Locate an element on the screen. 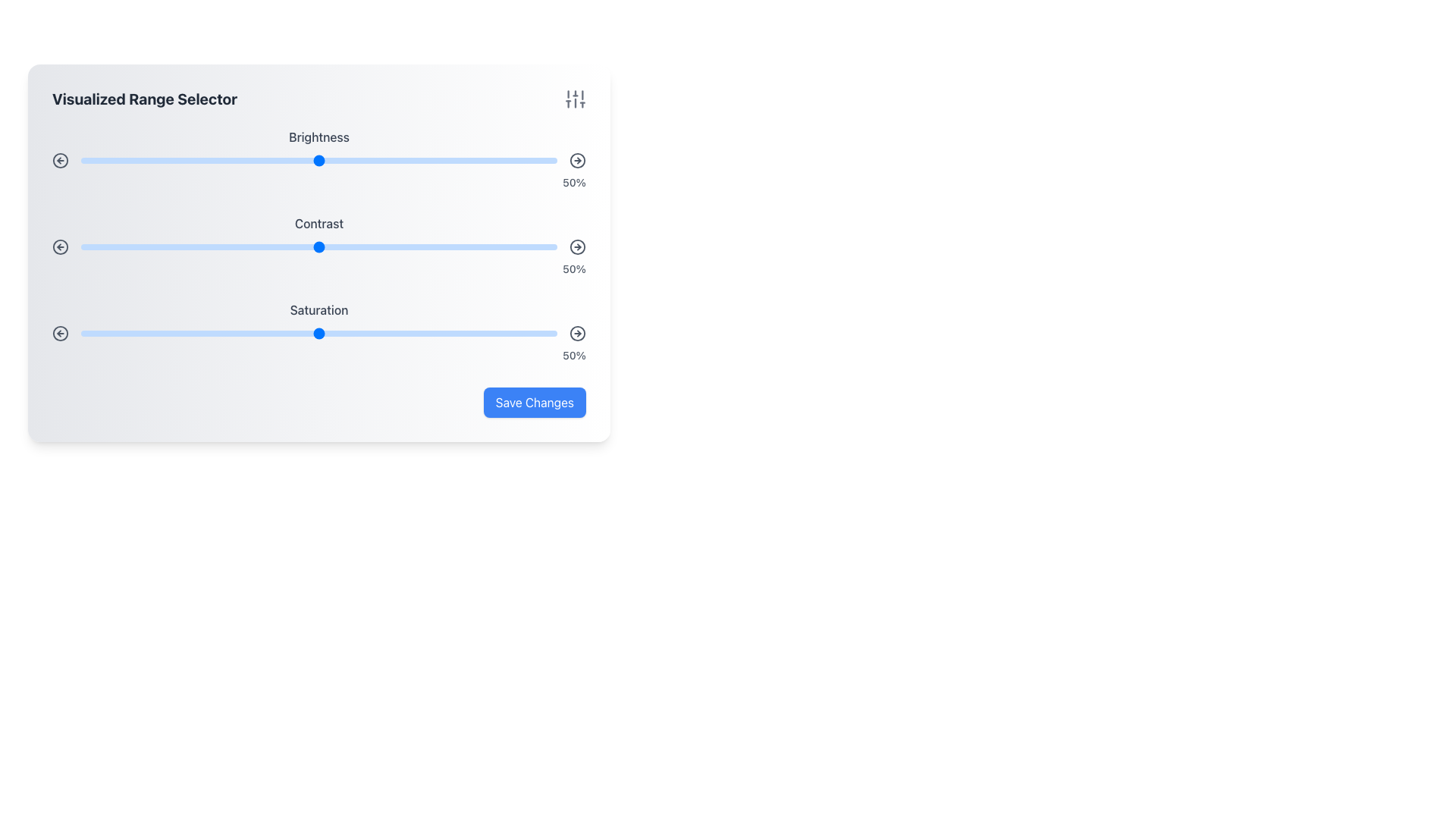  the slider value is located at coordinates (428, 246).